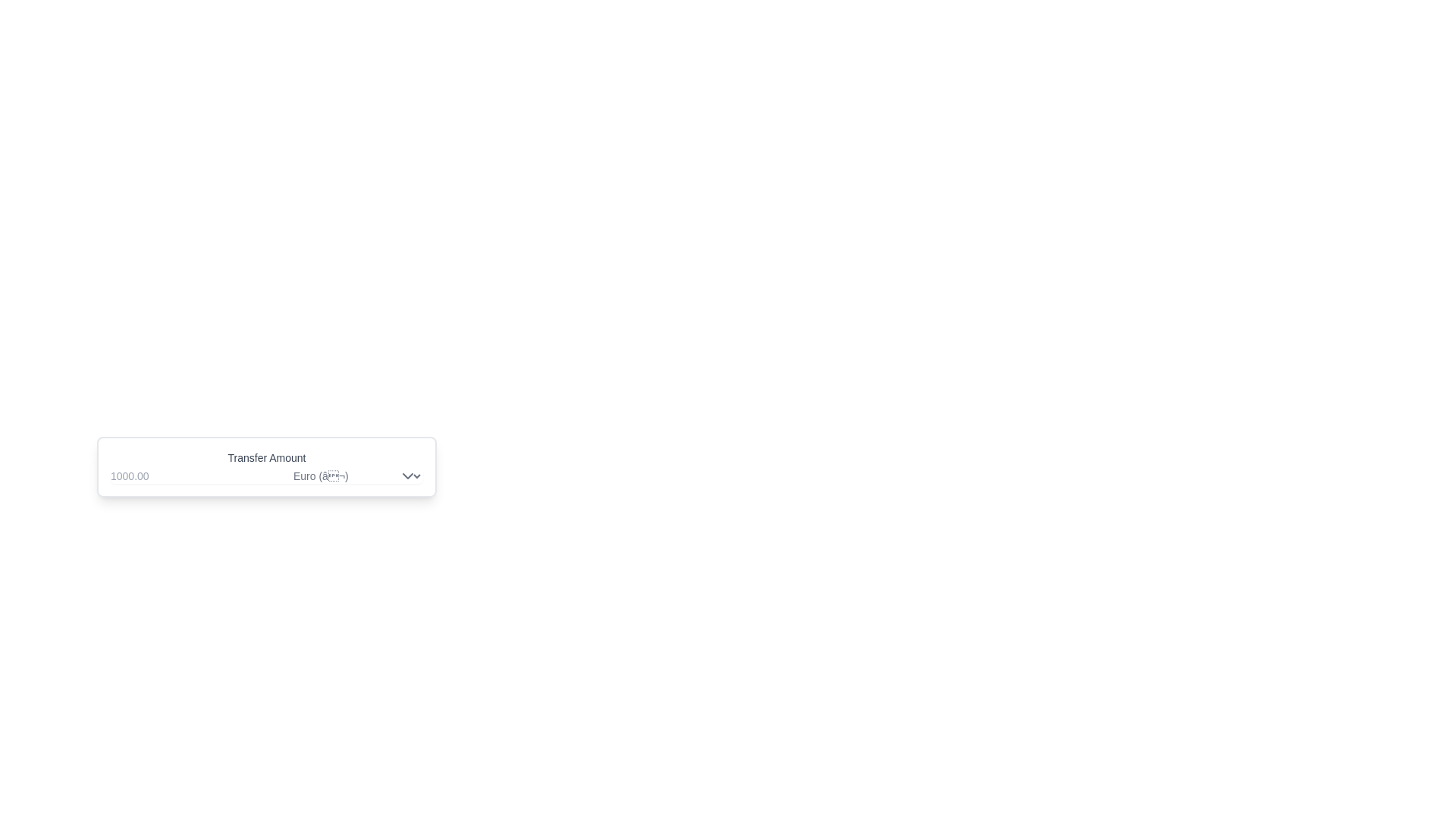 Image resolution: width=1456 pixels, height=819 pixels. I want to click on the downward-facing chevron icon, styled with a thin, rounded line and dark gray color, located at the right side of the selection field aligned with the text 'Euro (€)', so click(407, 475).